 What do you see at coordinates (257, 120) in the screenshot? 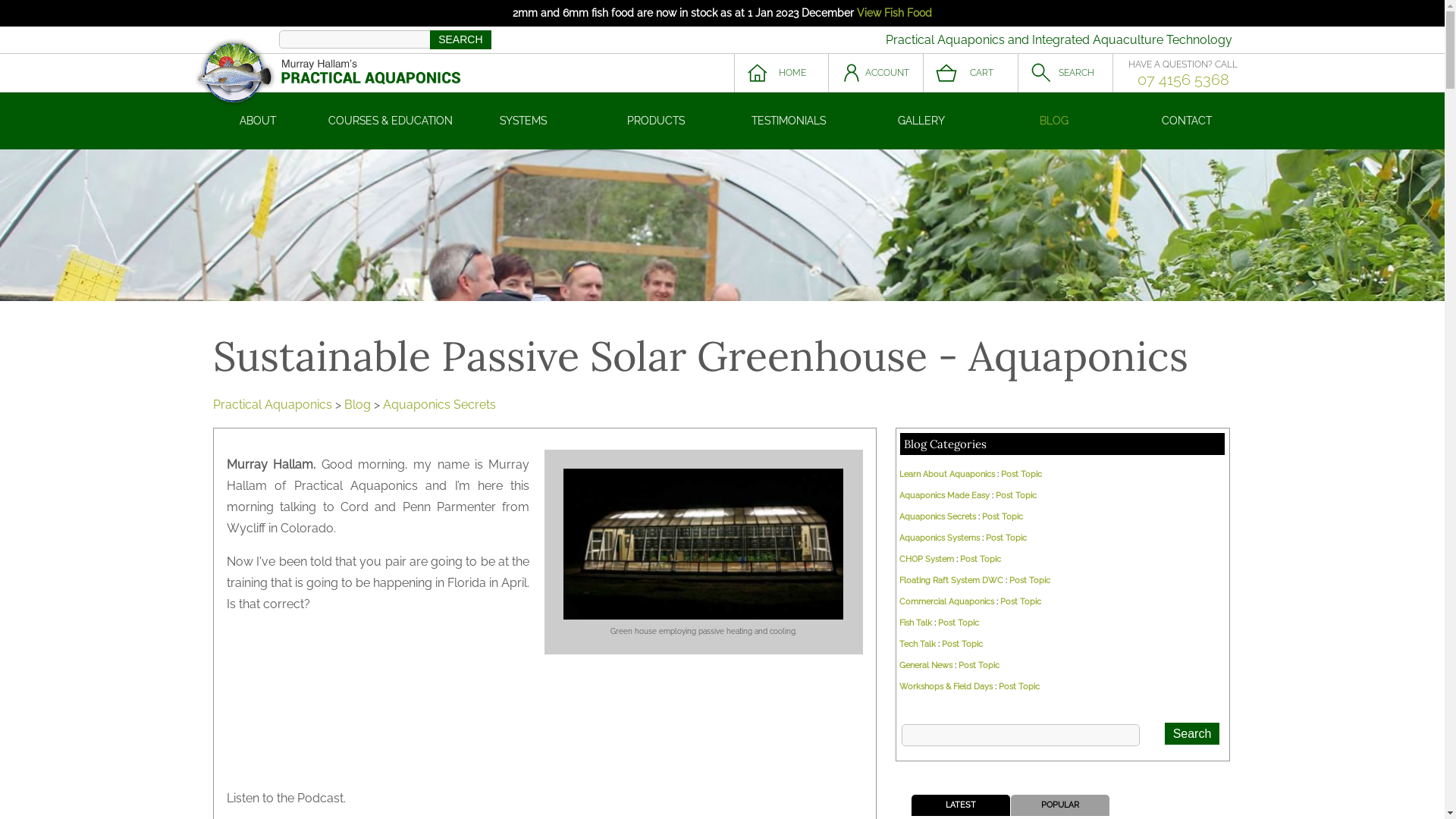
I see `'ABOUT'` at bounding box center [257, 120].